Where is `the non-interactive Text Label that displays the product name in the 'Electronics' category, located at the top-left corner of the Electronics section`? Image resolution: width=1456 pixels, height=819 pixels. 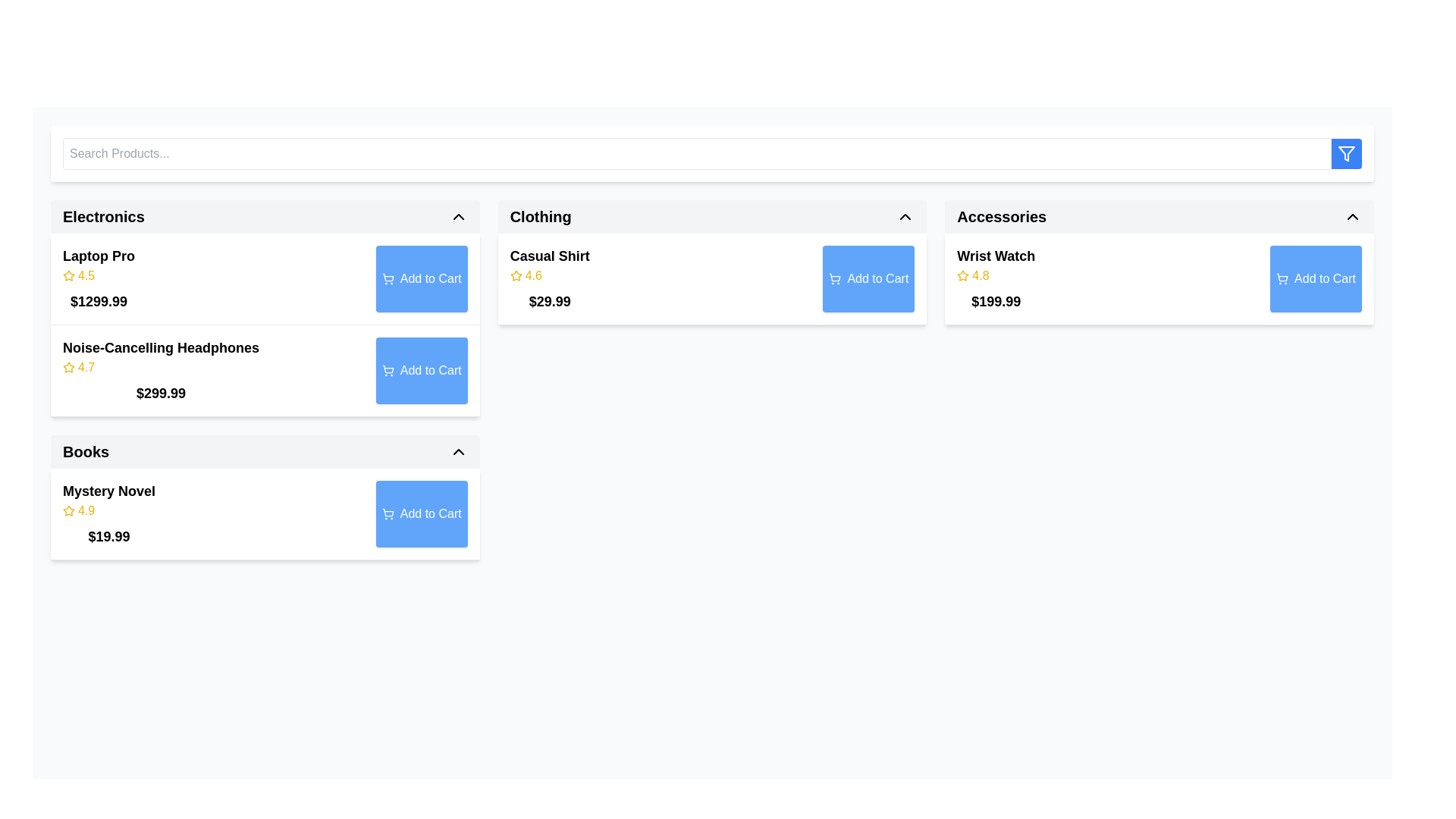 the non-interactive Text Label that displays the product name in the 'Electronics' category, located at the top-left corner of the Electronics section is located at coordinates (98, 256).